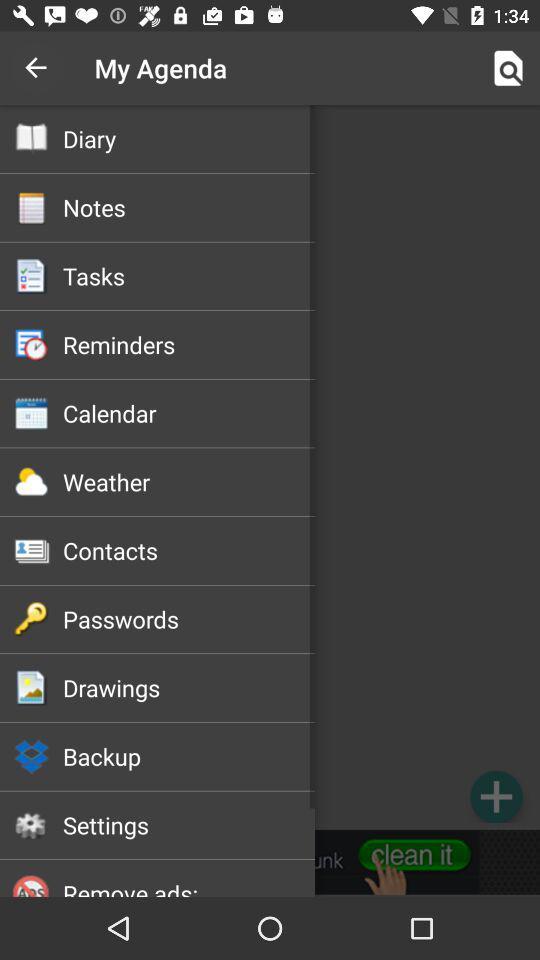 This screenshot has width=540, height=960. Describe the element at coordinates (495, 796) in the screenshot. I see `item at the bottom right corner` at that location.